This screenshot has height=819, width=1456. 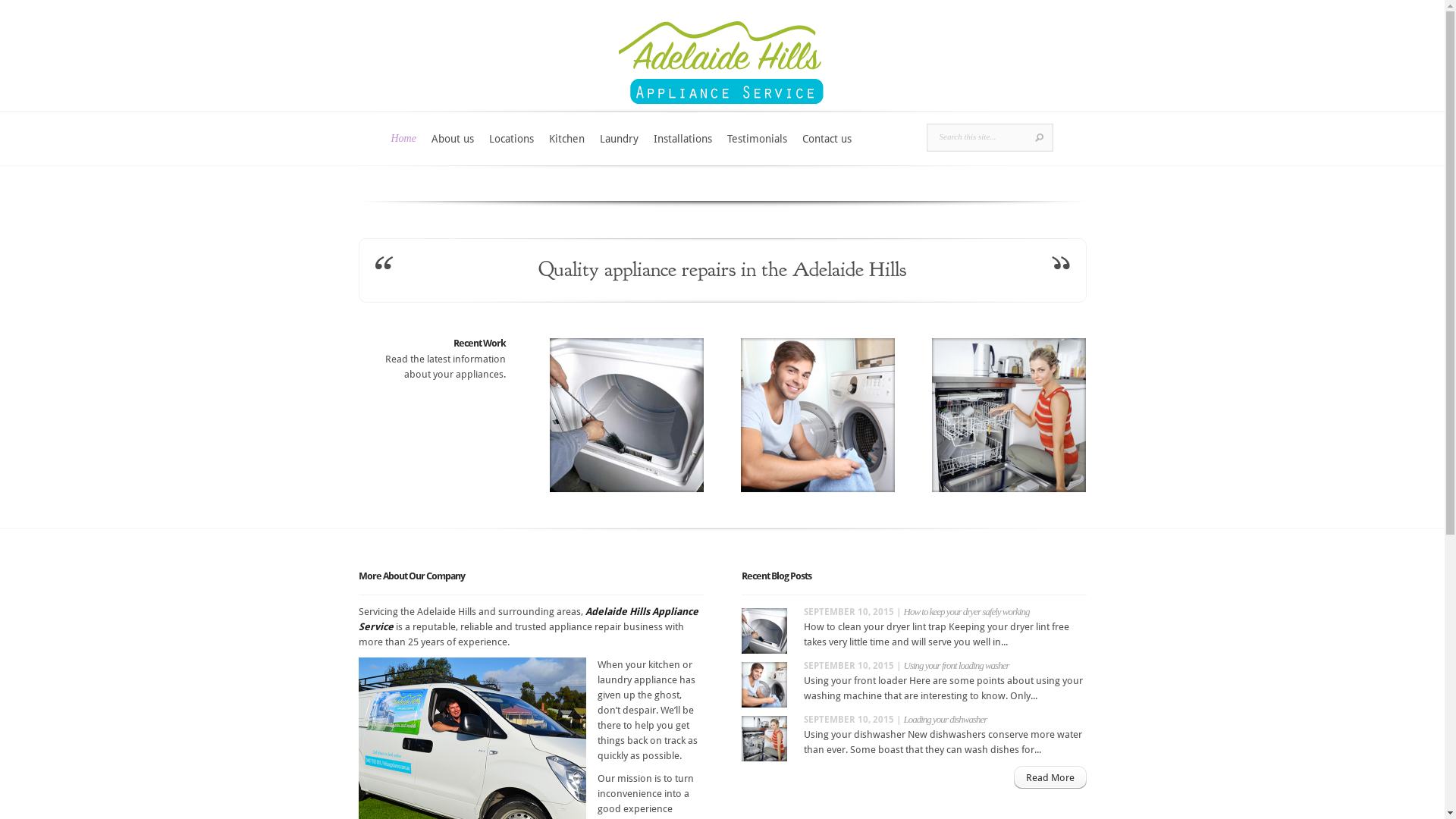 I want to click on 'Loading your dishwasher', so click(x=945, y=718).